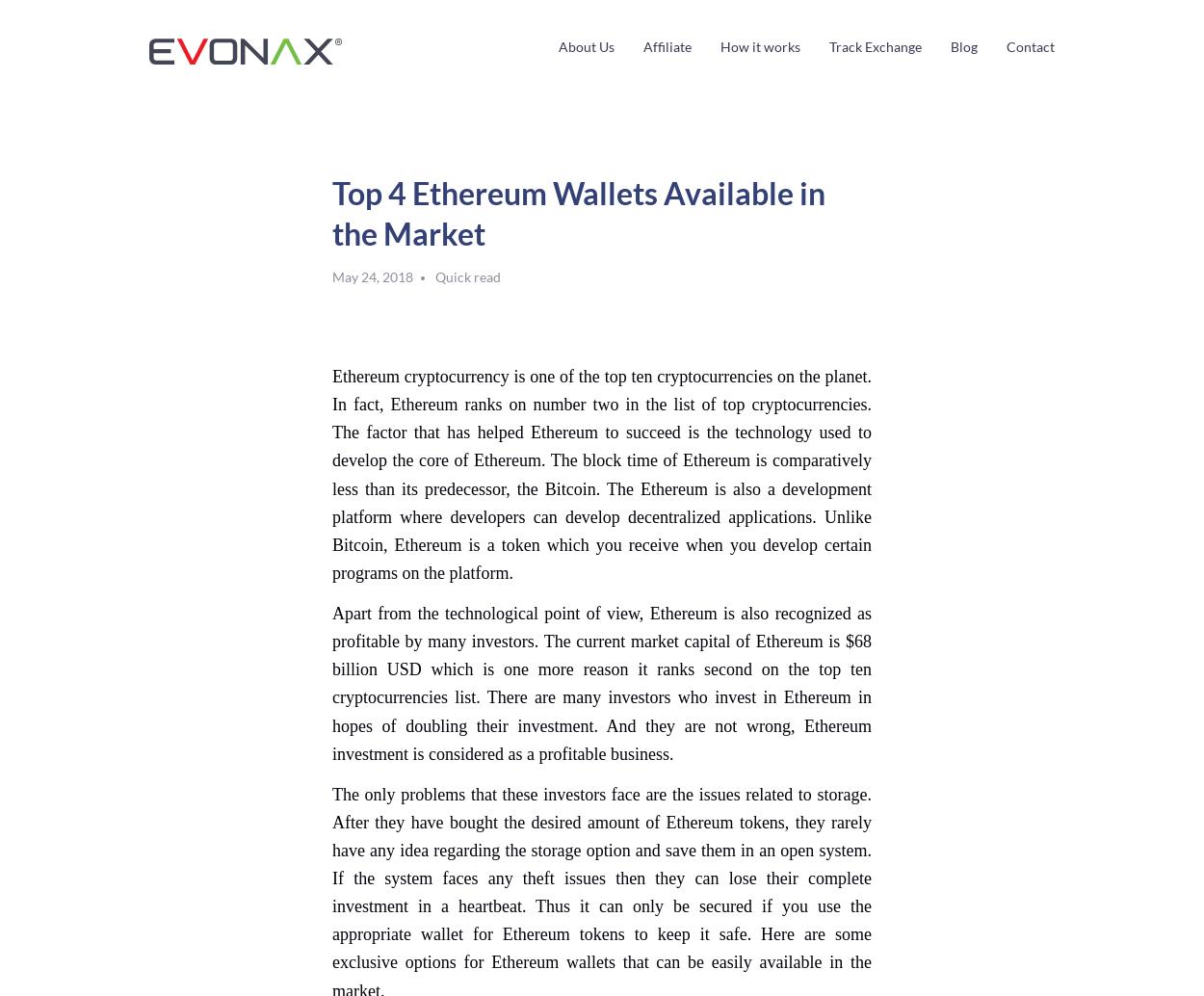  Describe the element at coordinates (963, 46) in the screenshot. I see `'Blog'` at that location.